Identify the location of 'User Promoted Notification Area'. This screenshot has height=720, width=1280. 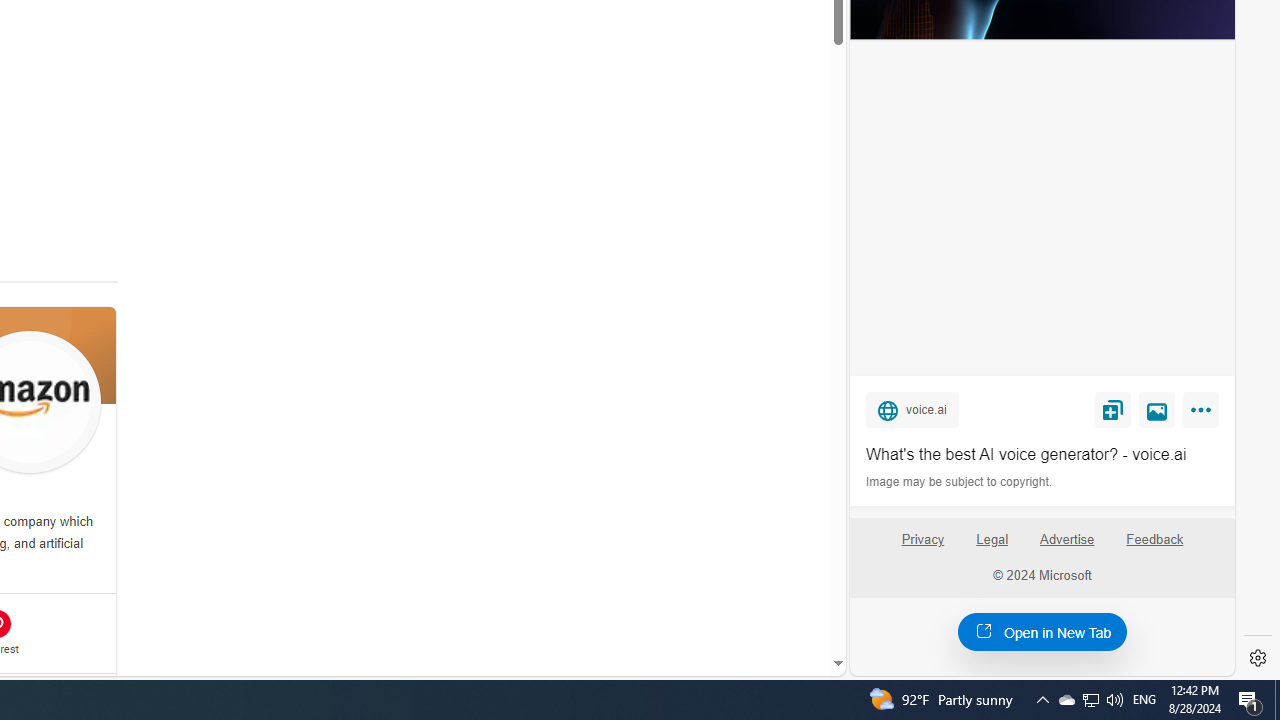
(1089, 698).